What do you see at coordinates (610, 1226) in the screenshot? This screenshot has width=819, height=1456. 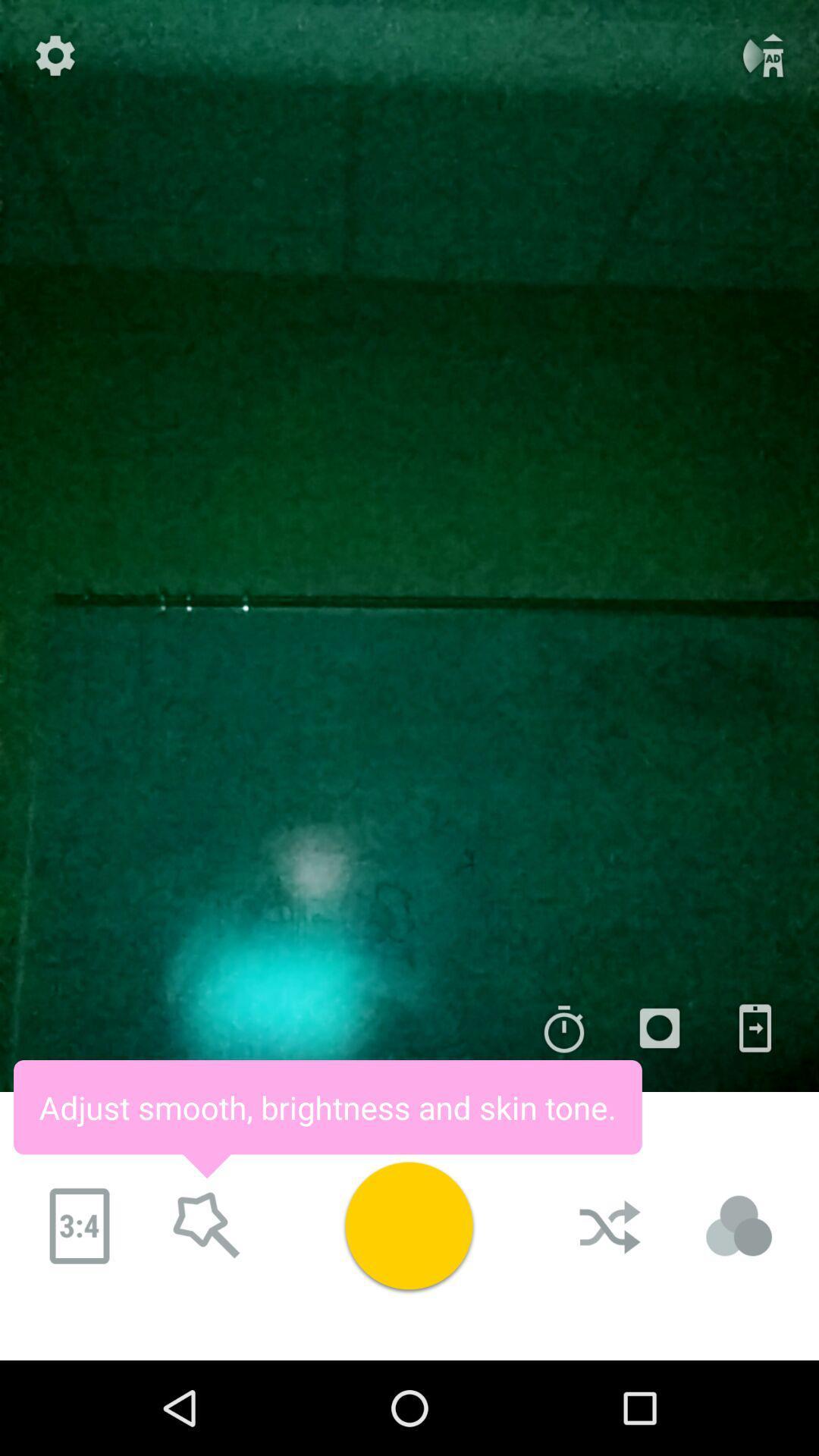 I see `click on shuffle` at bounding box center [610, 1226].